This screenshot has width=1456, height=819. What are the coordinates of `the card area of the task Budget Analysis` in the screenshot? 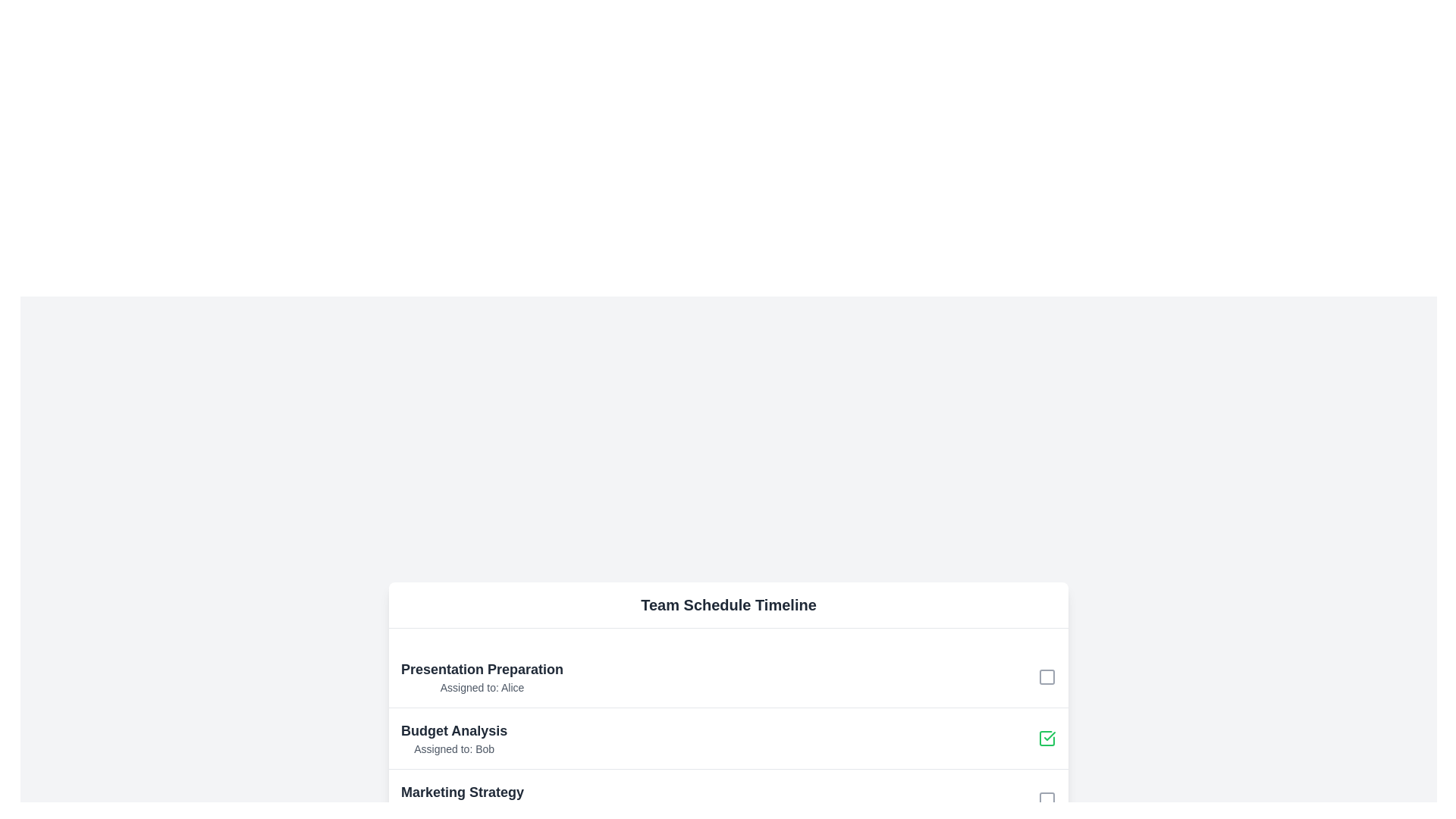 It's located at (453, 736).